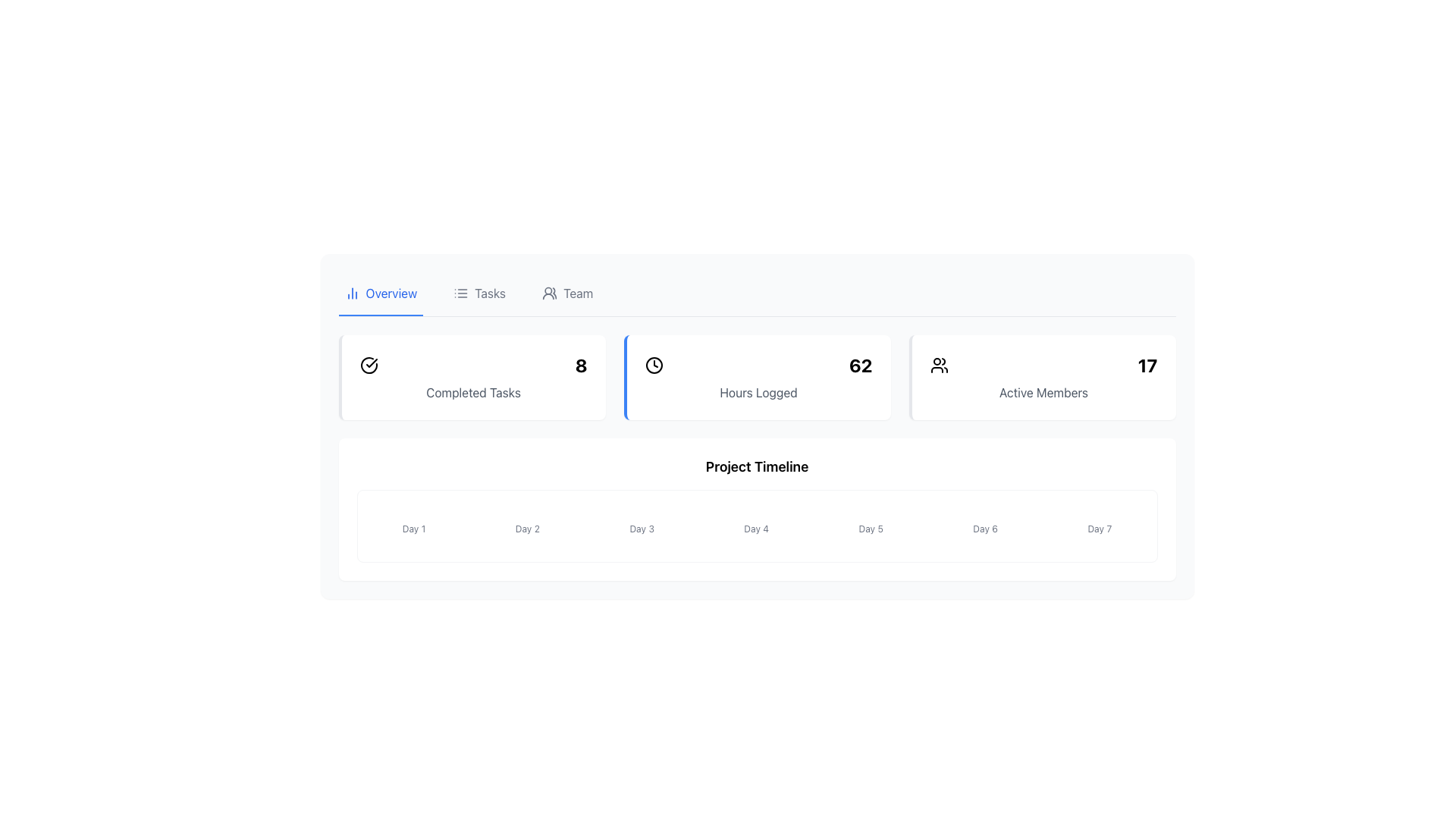 The height and width of the screenshot is (819, 1456). Describe the element at coordinates (654, 366) in the screenshot. I see `the clock icon in the 'Hours Logged' section, which is styled in a line art design and positioned beside the number 62` at that location.